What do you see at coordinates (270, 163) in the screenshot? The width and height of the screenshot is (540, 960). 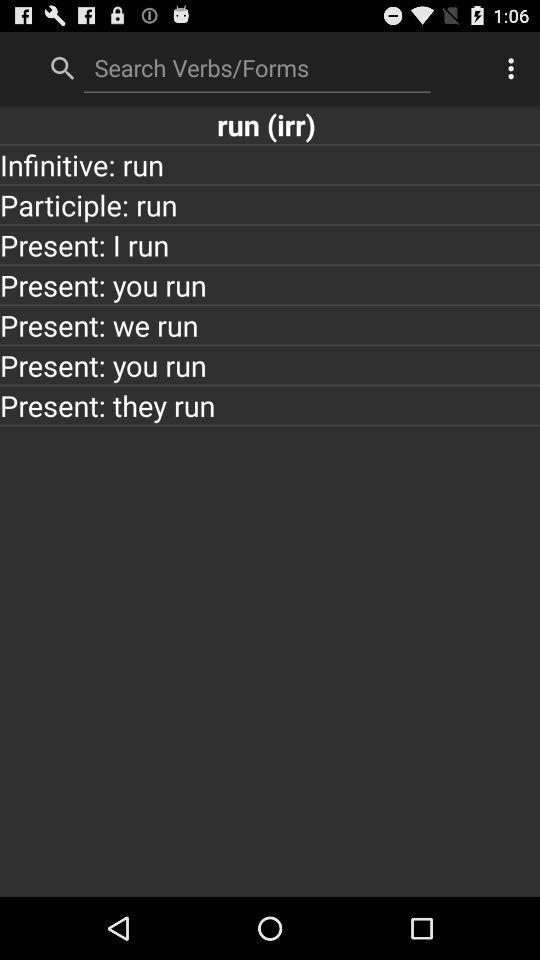 I see `the infinitive: run item` at bounding box center [270, 163].